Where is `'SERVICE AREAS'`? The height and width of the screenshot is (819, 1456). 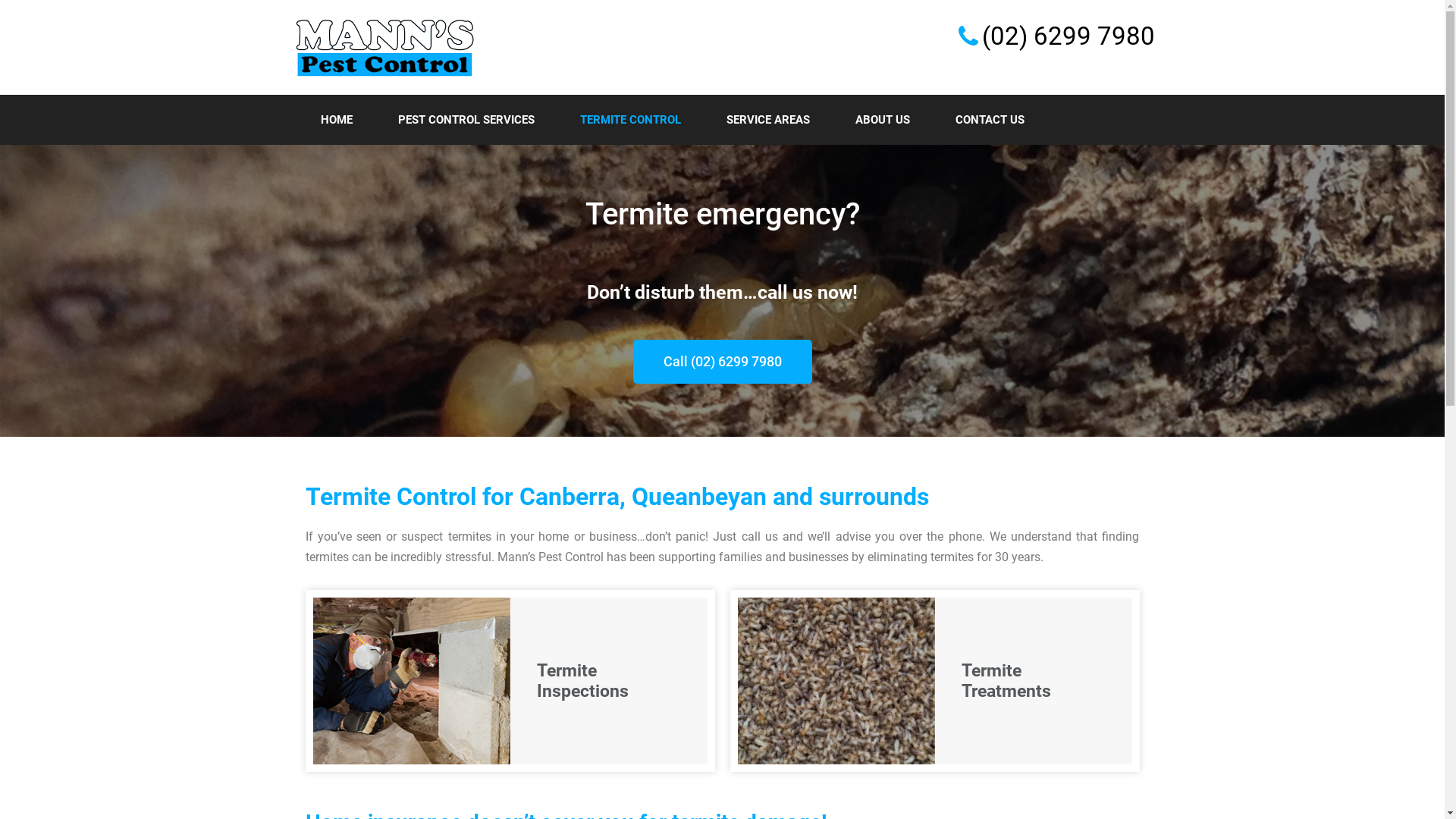
'SERVICE AREAS' is located at coordinates (767, 119).